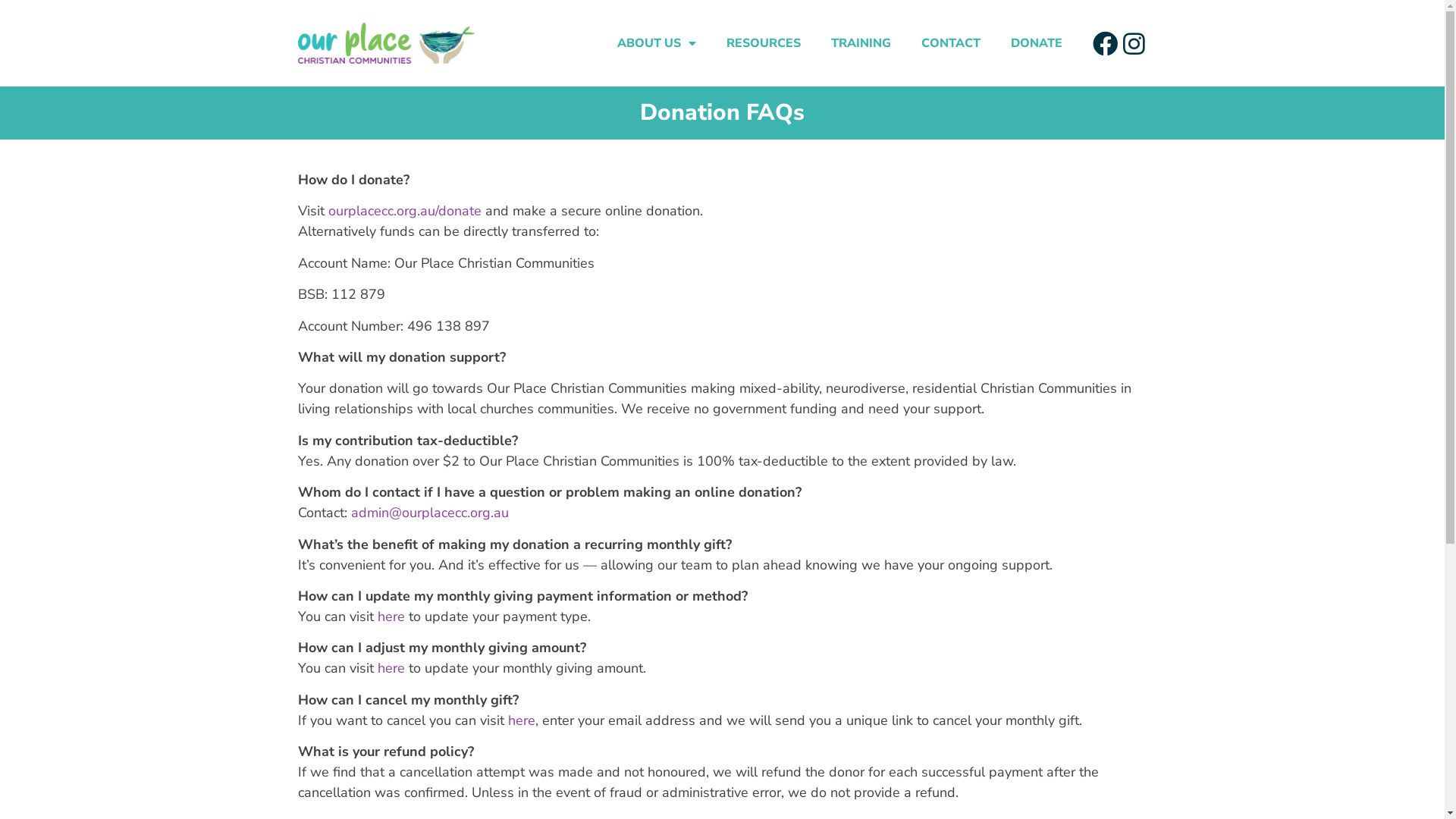 This screenshot has height=819, width=1456. I want to click on 'here', so click(391, 617).